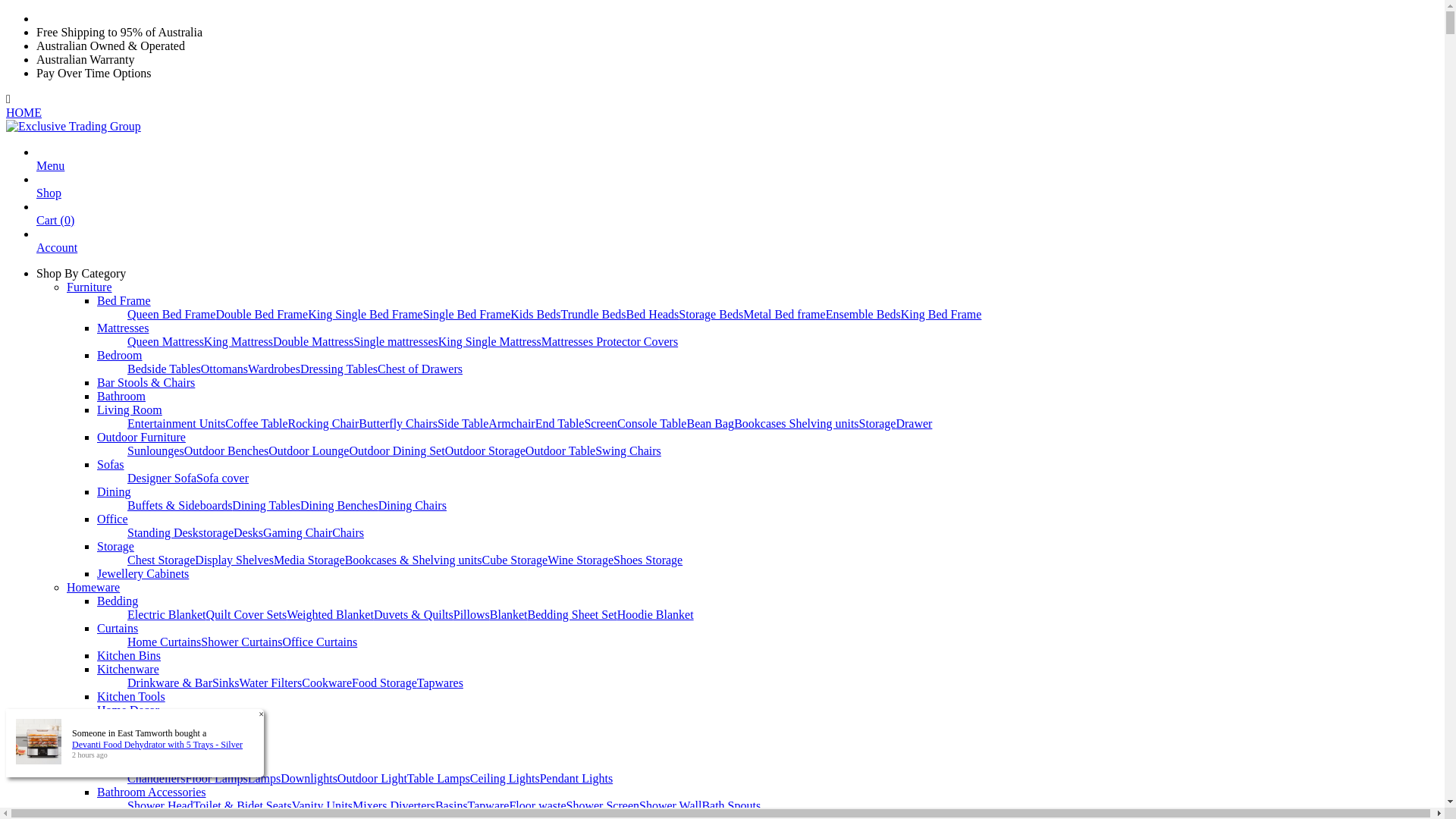  What do you see at coordinates (329, 614) in the screenshot?
I see `'Weighted Blanket'` at bounding box center [329, 614].